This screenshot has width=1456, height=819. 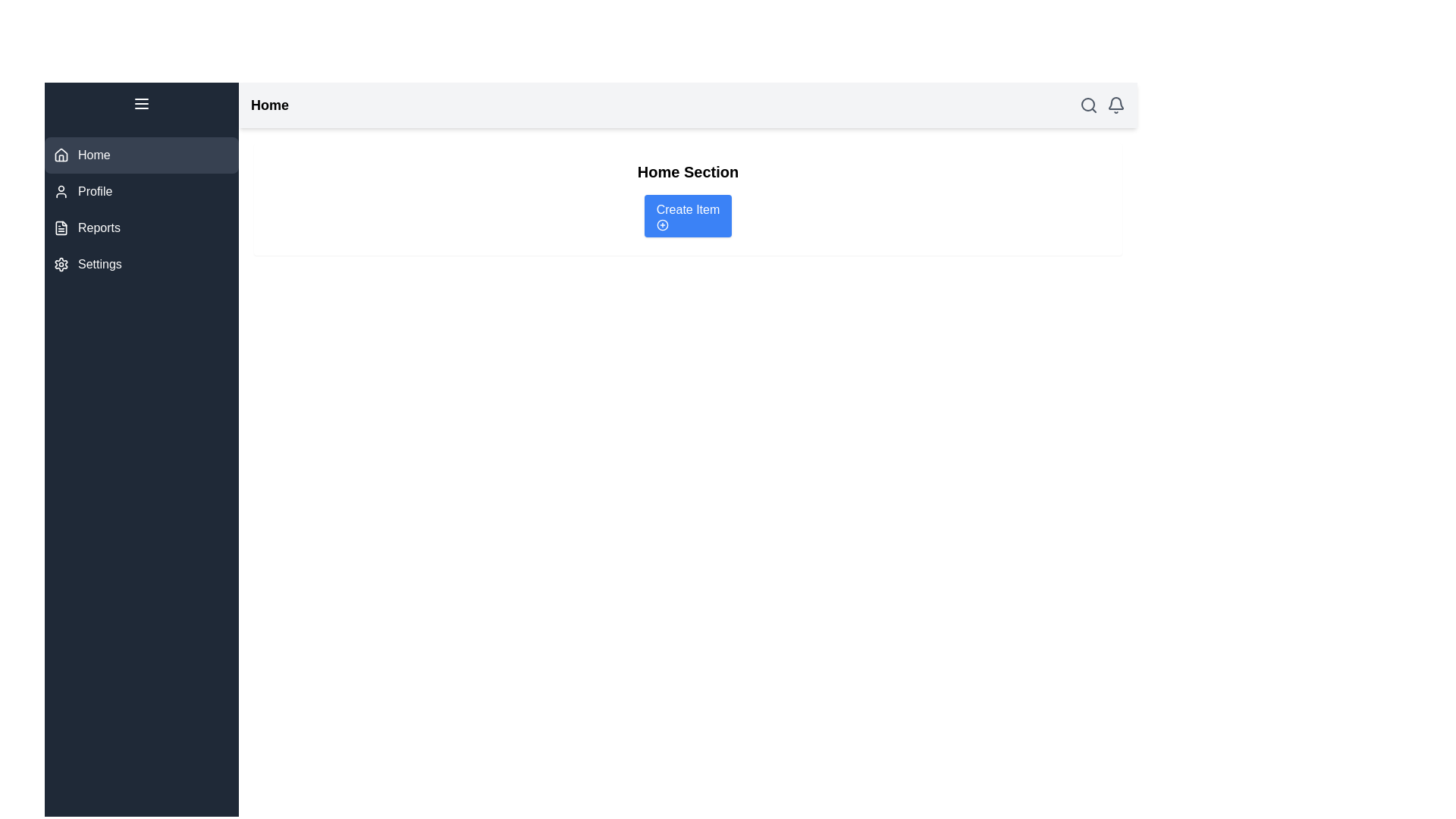 I want to click on the 'Home' text label in the vertical navigation menu, so click(x=93, y=155).